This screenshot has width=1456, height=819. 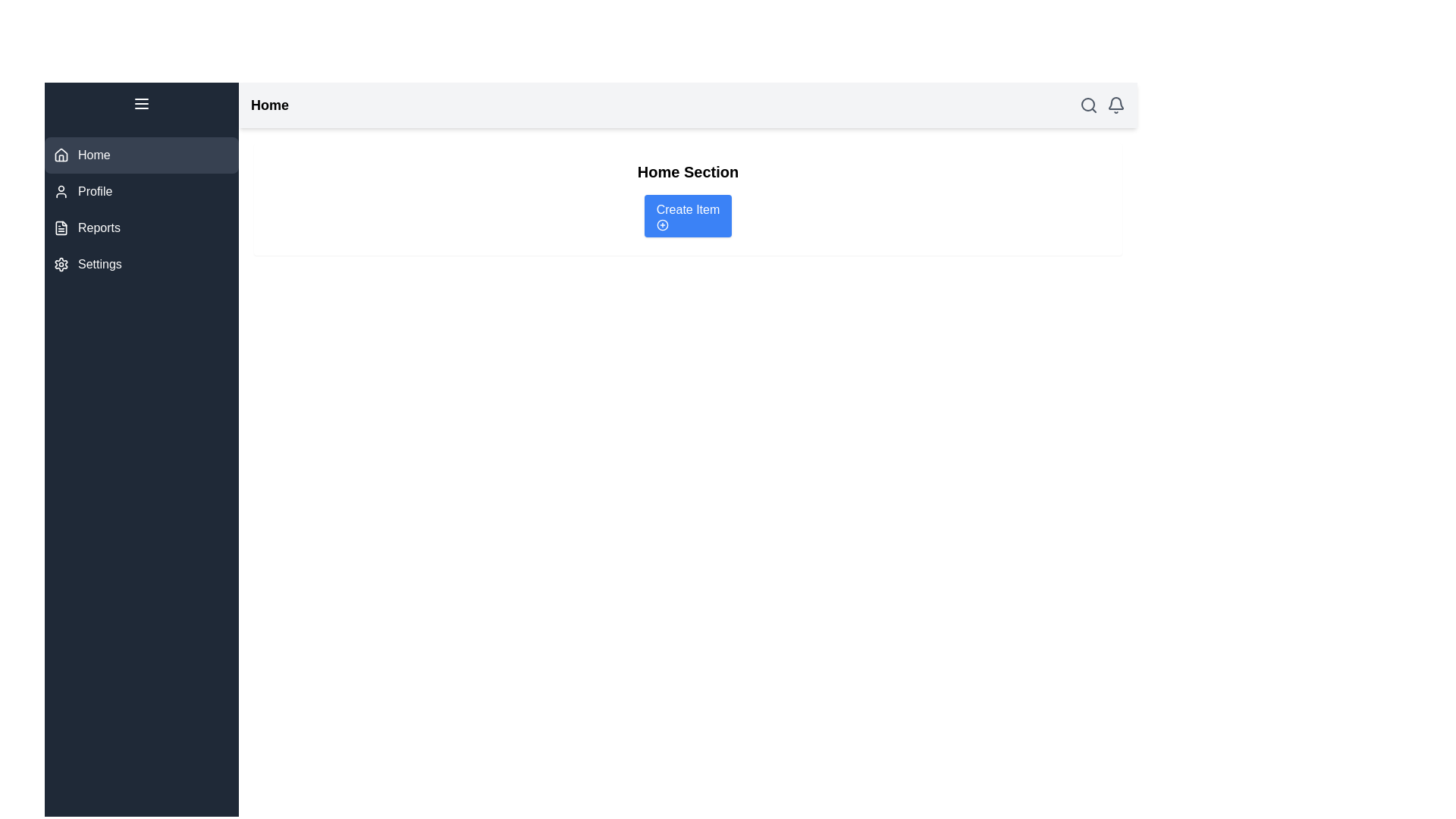 I want to click on the 'Home' text label in the vertical navigation menu, so click(x=93, y=155).